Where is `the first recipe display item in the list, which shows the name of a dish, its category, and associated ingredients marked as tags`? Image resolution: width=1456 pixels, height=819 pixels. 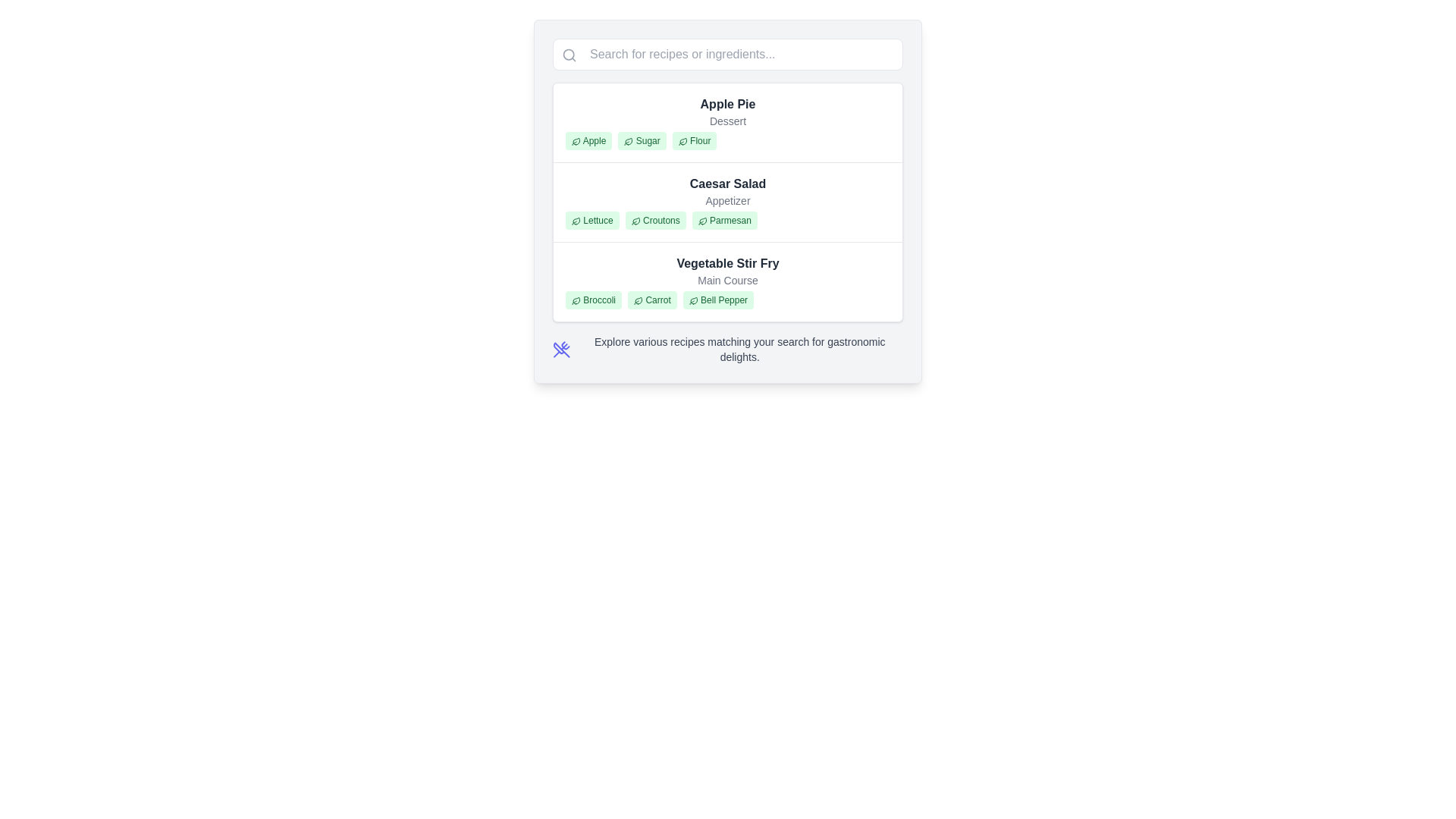 the first recipe display item in the list, which shows the name of a dish, its category, and associated ingredients marked as tags is located at coordinates (728, 122).